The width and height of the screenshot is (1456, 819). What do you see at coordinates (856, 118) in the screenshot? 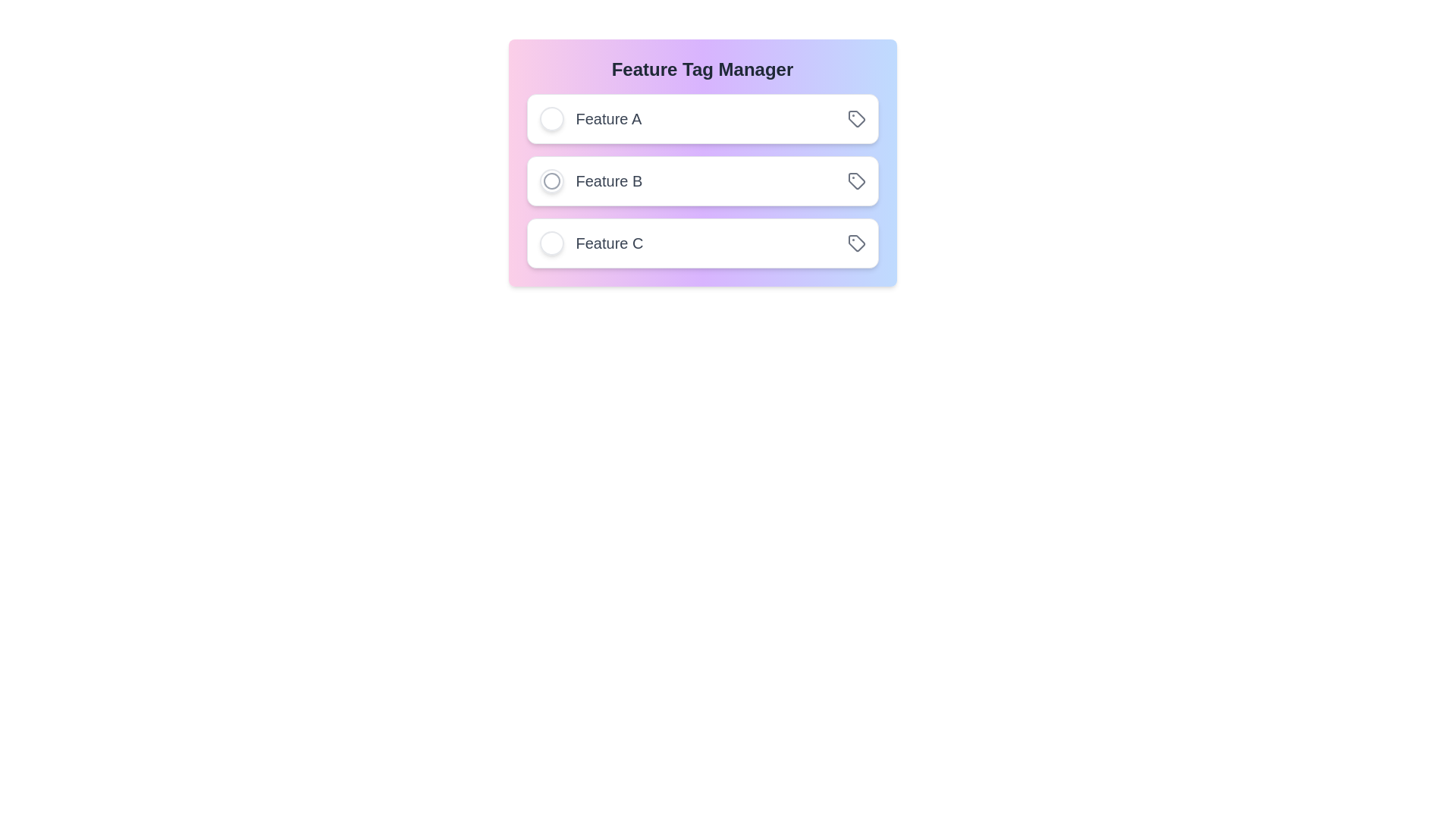
I see `the gray tag icon with rounded corners located at the far-right end of the 'Feature A' row` at bounding box center [856, 118].